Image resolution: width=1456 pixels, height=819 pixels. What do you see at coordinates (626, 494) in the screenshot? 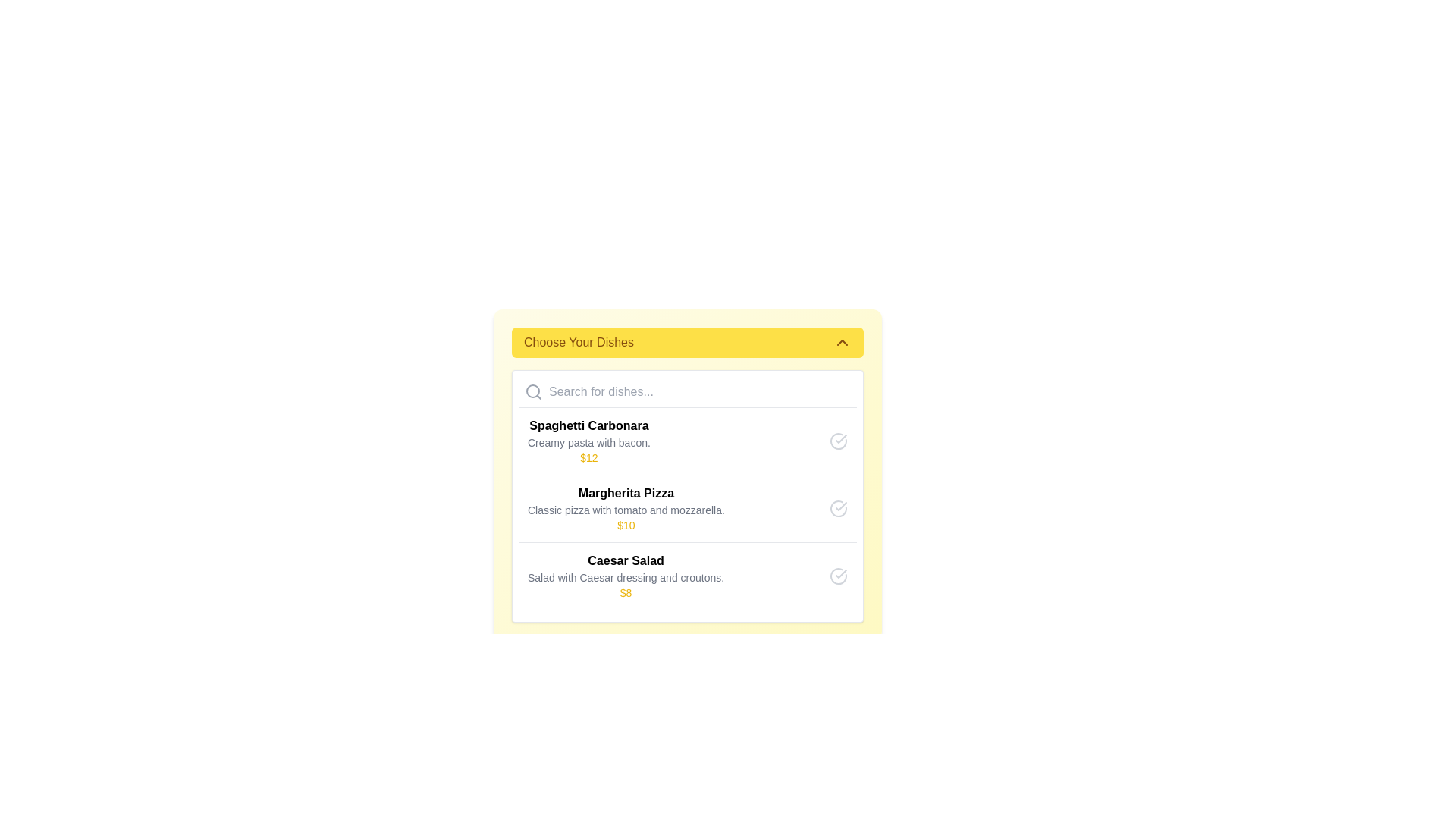
I see `text label for the menu item 'Margherita Pizza' which is located at the center of the element's bounding box` at bounding box center [626, 494].